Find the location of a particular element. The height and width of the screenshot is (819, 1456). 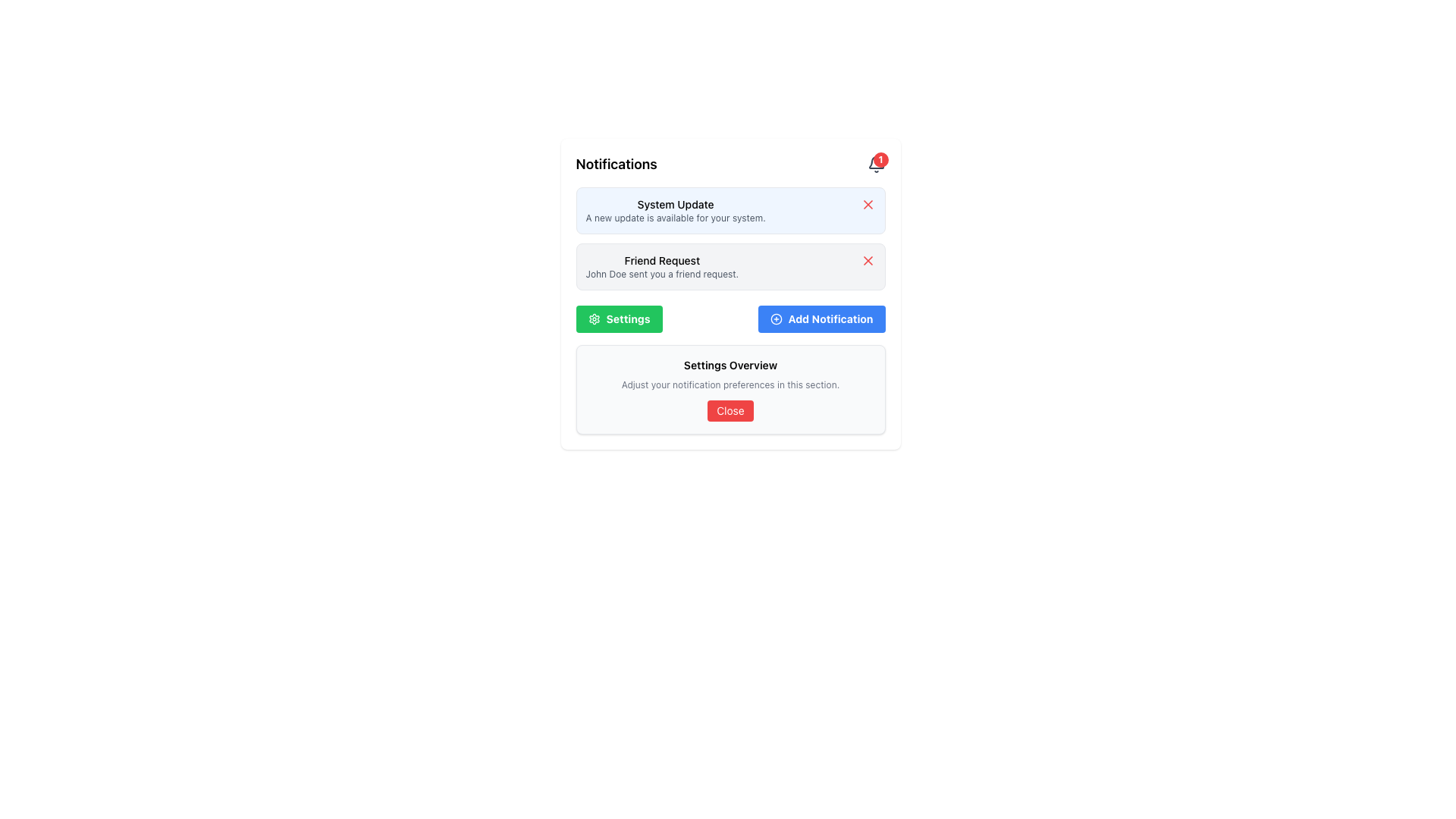

the 'Friend Request' notification text label, which displays 'John Doe sent you a friend request.' below the bold 'Friend Request' title, located within the notification panel is located at coordinates (662, 265).